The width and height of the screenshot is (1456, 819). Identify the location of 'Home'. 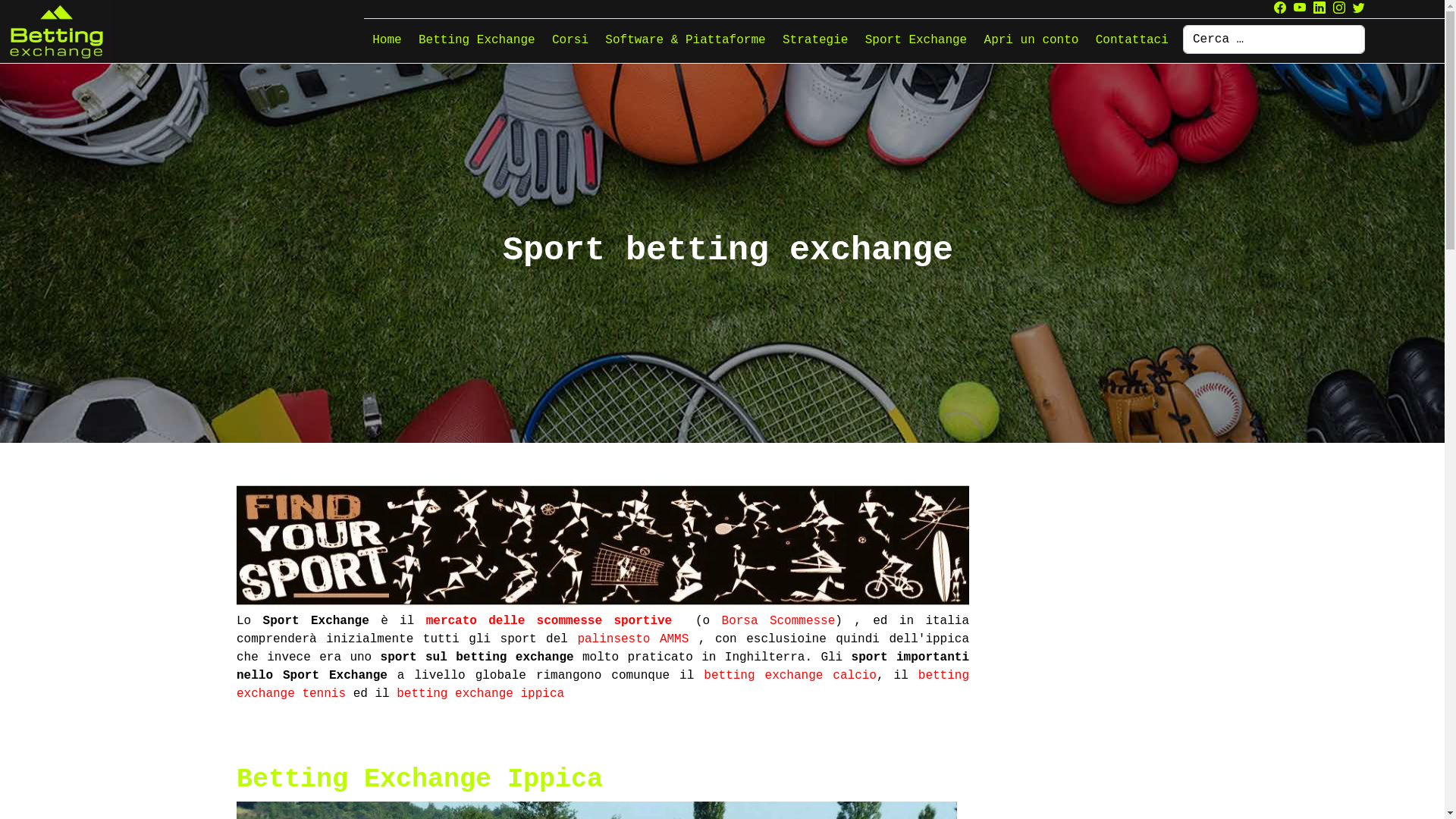
(387, 39).